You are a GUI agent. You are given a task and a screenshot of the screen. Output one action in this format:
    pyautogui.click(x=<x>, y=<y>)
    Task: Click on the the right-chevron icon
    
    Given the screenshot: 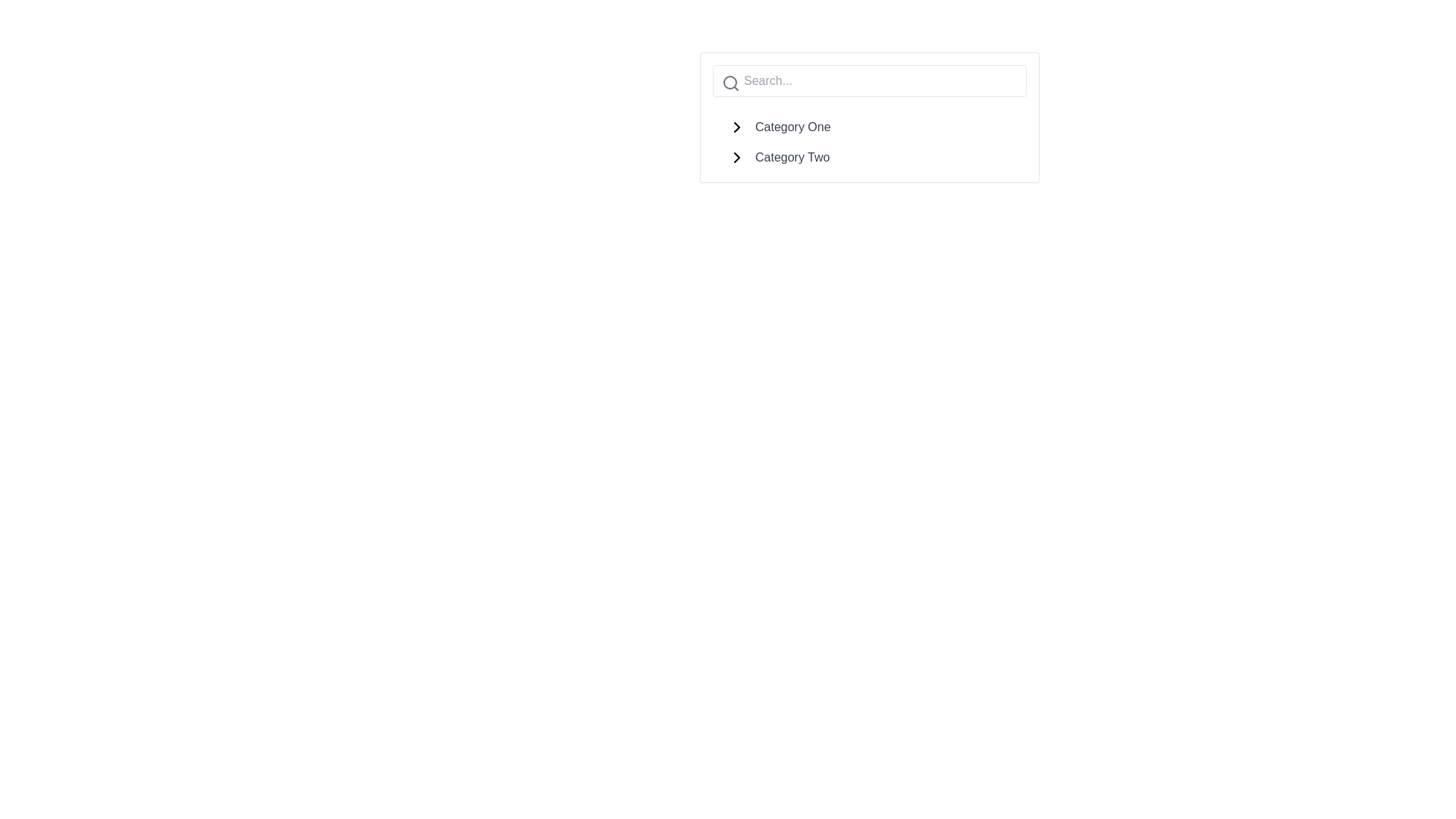 What is the action you would take?
    pyautogui.click(x=736, y=158)
    